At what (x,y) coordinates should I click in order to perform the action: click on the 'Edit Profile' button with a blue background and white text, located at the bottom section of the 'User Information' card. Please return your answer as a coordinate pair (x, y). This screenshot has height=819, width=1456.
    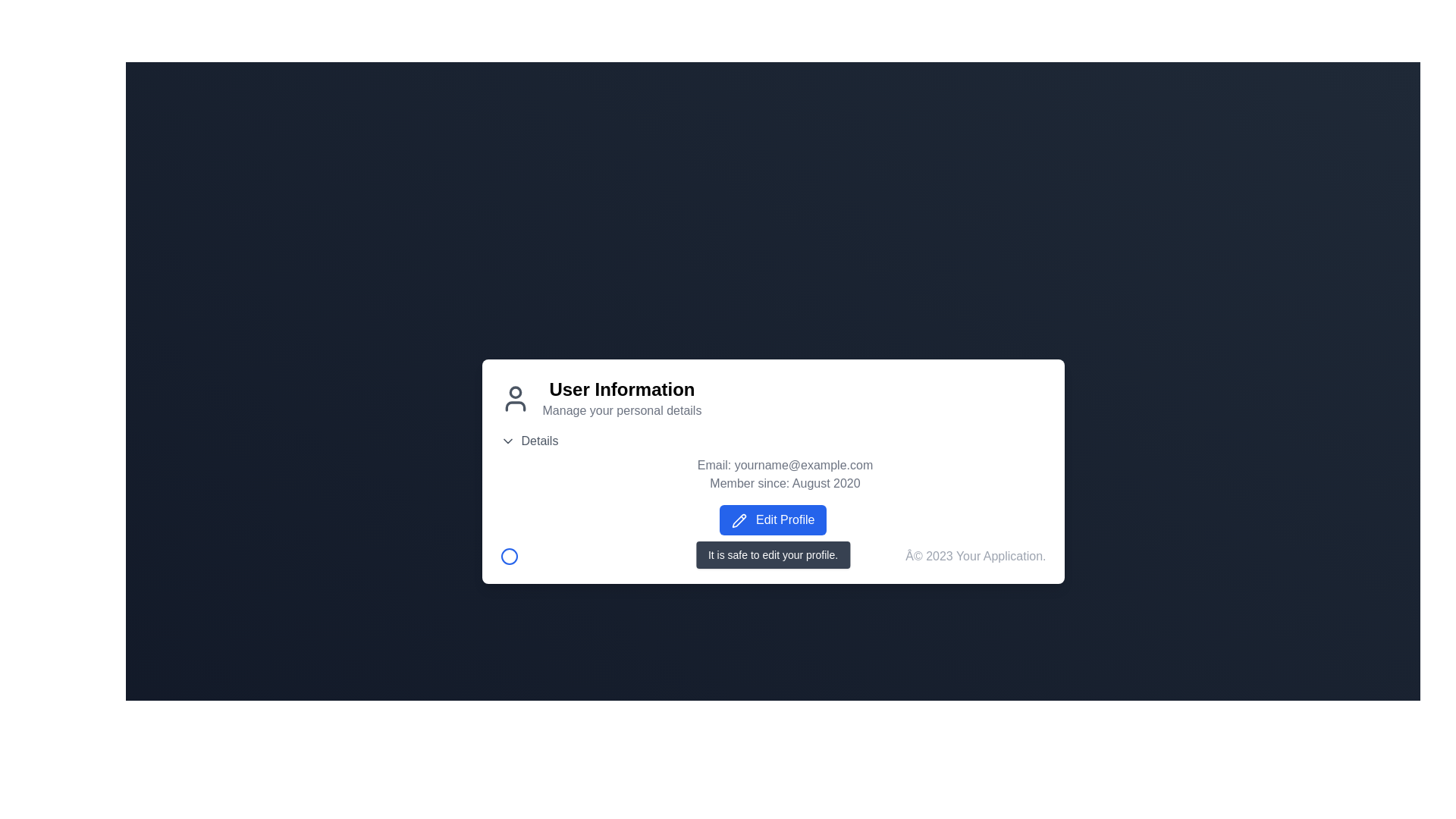
    Looking at the image, I should click on (773, 519).